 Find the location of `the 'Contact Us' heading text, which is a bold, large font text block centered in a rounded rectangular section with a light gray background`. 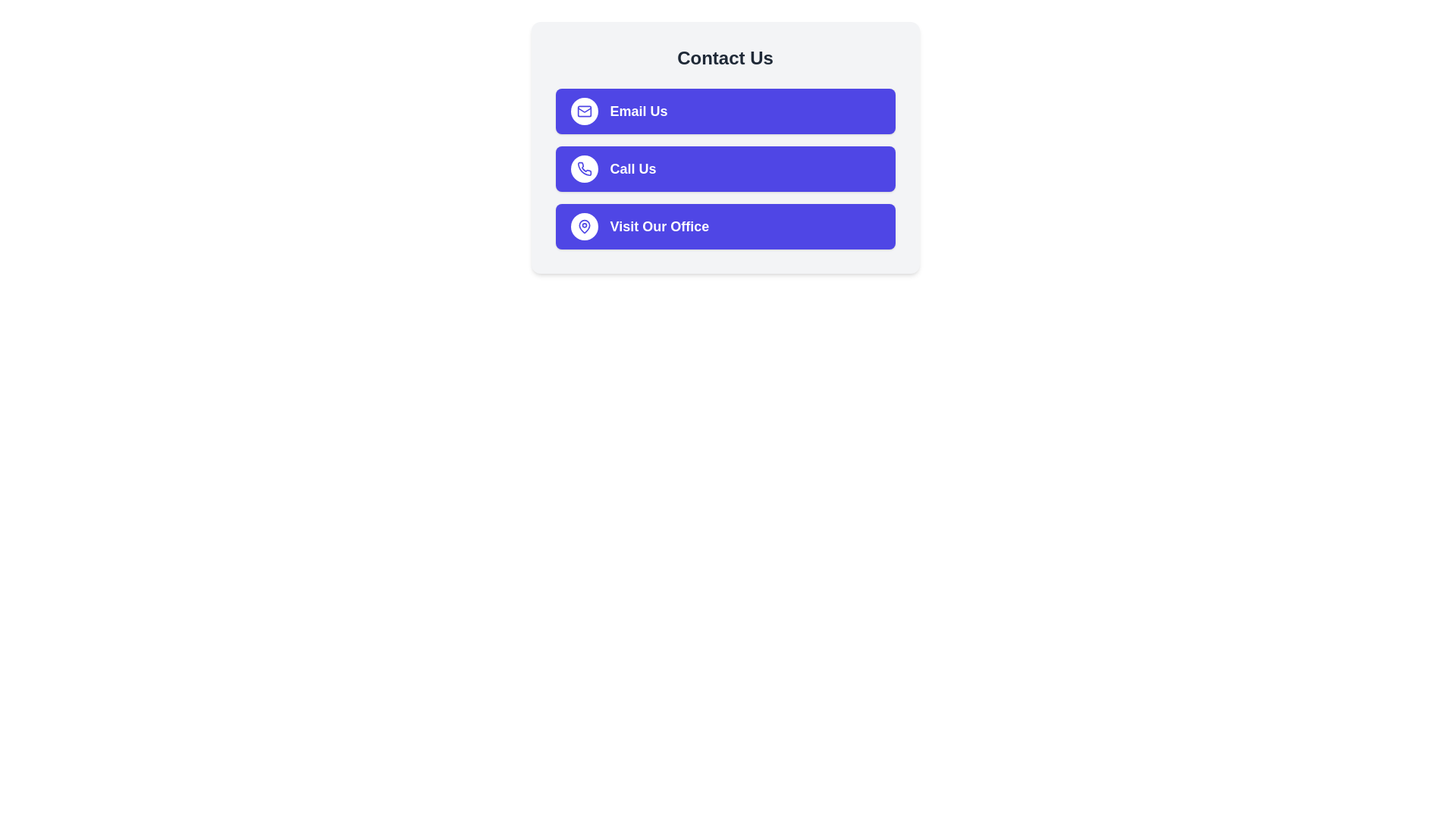

the 'Contact Us' heading text, which is a bold, large font text block centered in a rounded rectangular section with a light gray background is located at coordinates (724, 58).